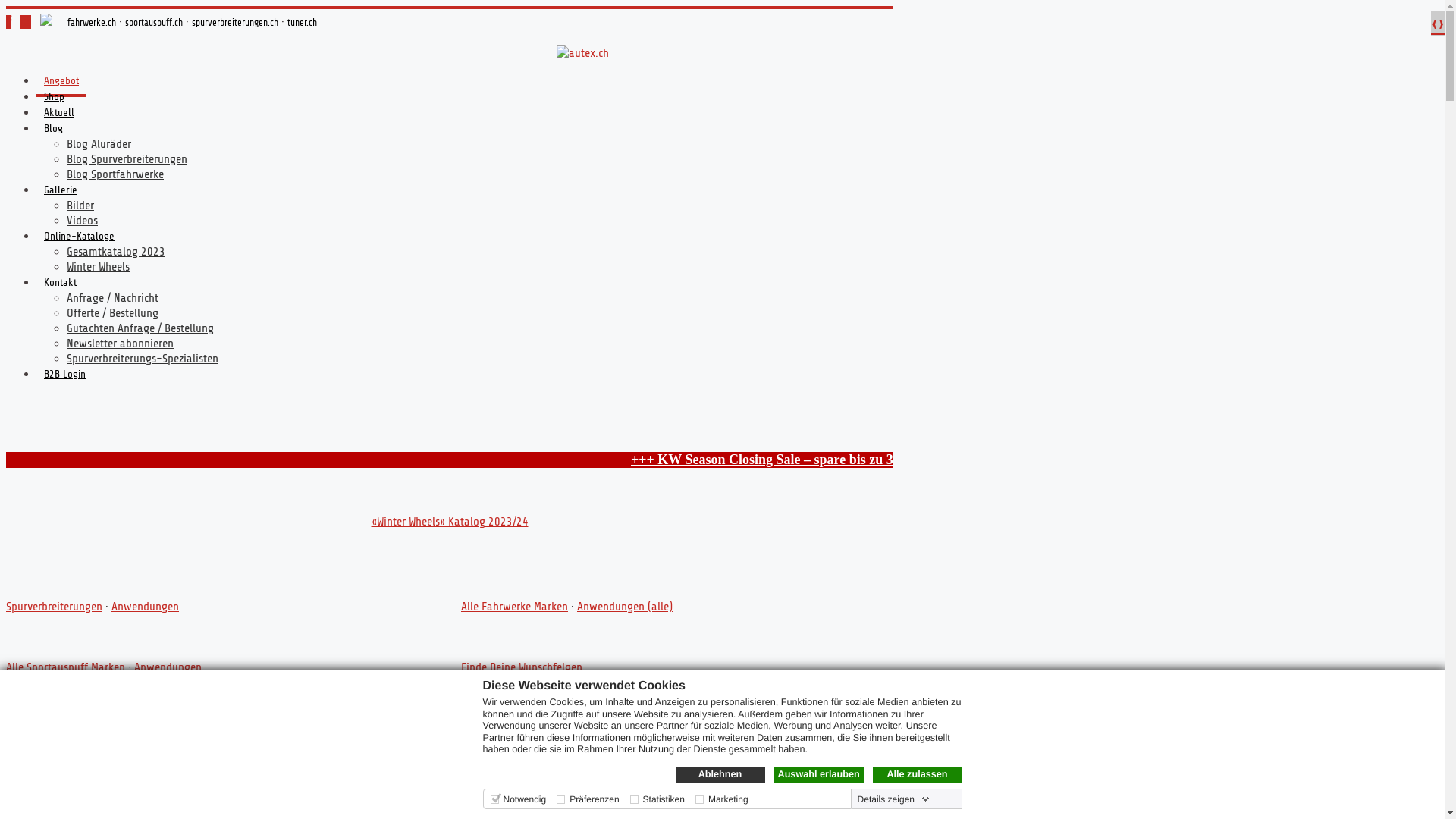 This screenshot has width=1456, height=819. Describe the element at coordinates (58, 115) in the screenshot. I see `'Aktuell'` at that location.